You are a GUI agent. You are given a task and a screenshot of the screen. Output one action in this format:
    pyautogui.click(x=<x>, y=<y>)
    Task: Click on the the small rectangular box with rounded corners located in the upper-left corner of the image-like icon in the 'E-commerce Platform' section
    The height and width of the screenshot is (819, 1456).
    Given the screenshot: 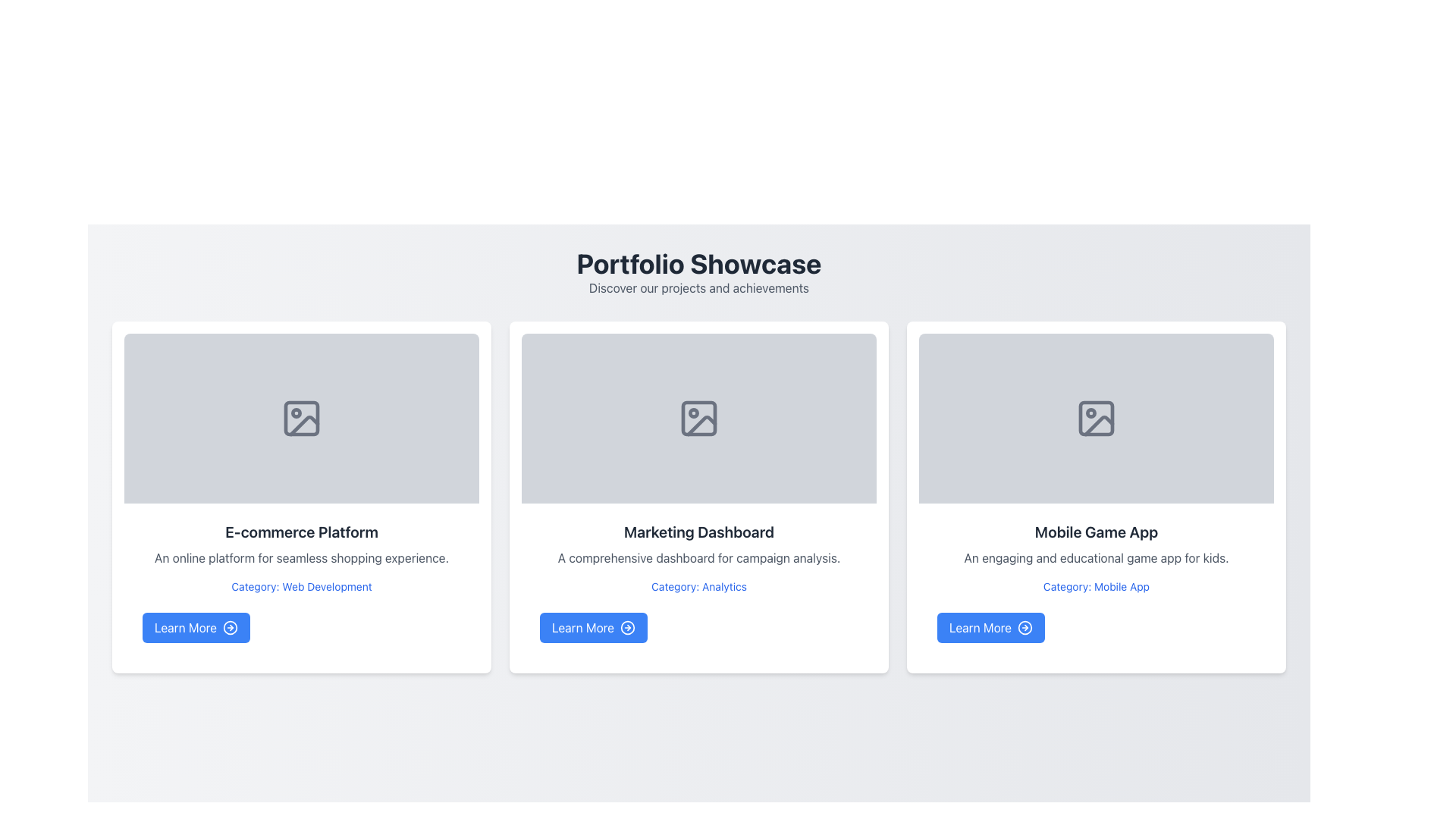 What is the action you would take?
    pyautogui.click(x=302, y=418)
    